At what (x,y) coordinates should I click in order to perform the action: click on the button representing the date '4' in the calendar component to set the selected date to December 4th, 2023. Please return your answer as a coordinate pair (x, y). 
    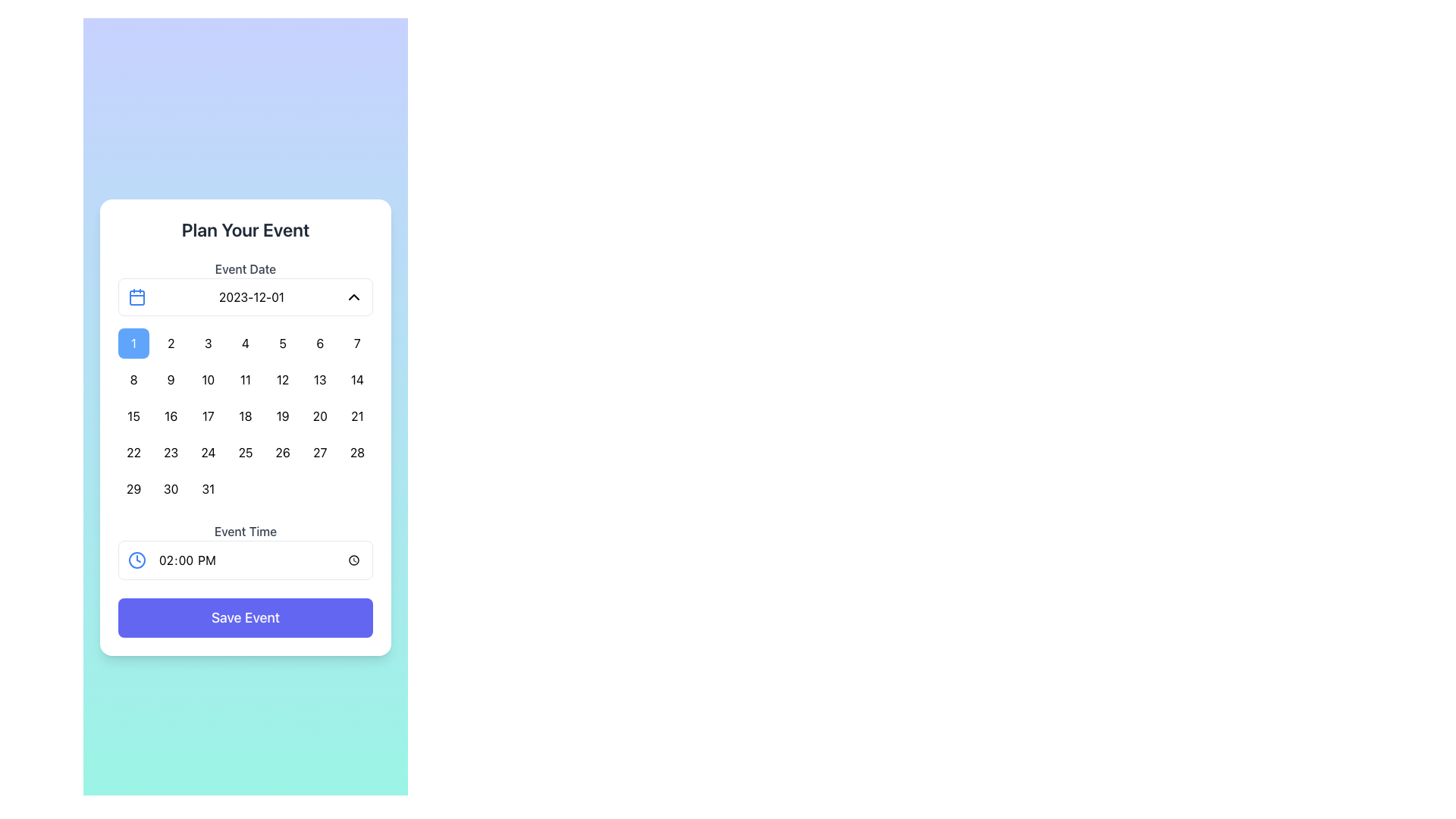
    Looking at the image, I should click on (245, 343).